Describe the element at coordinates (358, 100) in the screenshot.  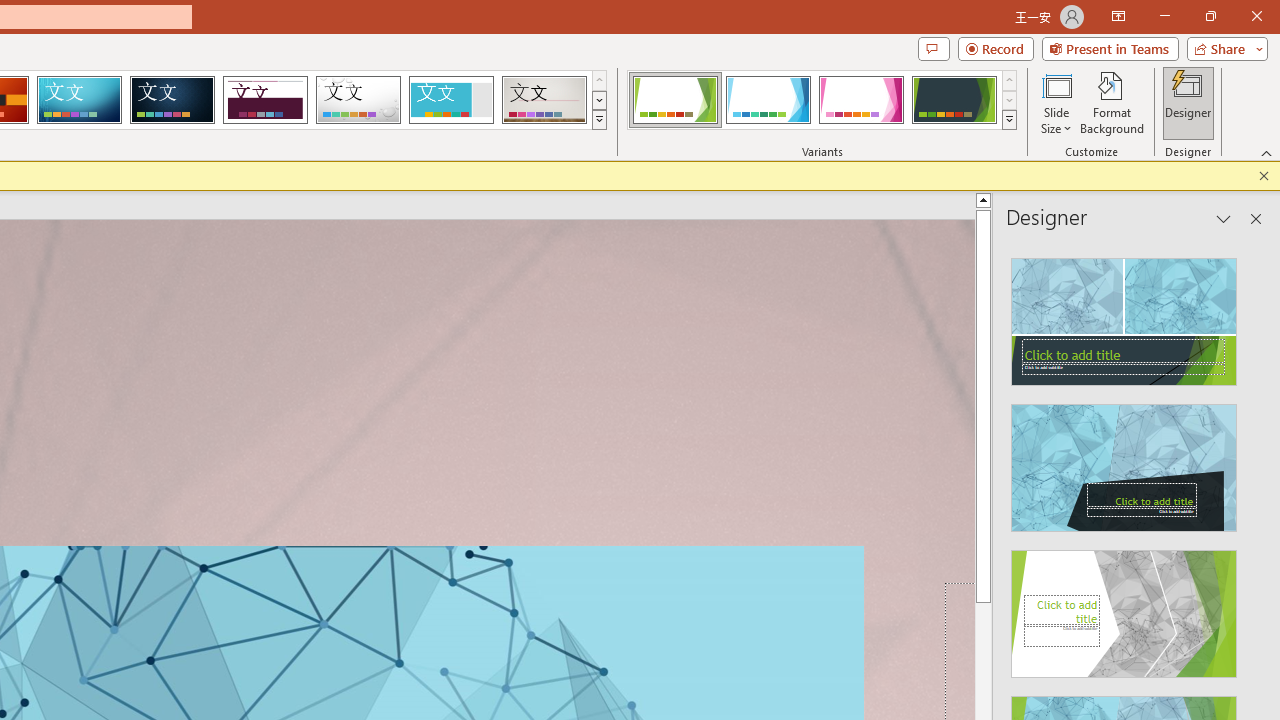
I see `'Droplet'` at that location.